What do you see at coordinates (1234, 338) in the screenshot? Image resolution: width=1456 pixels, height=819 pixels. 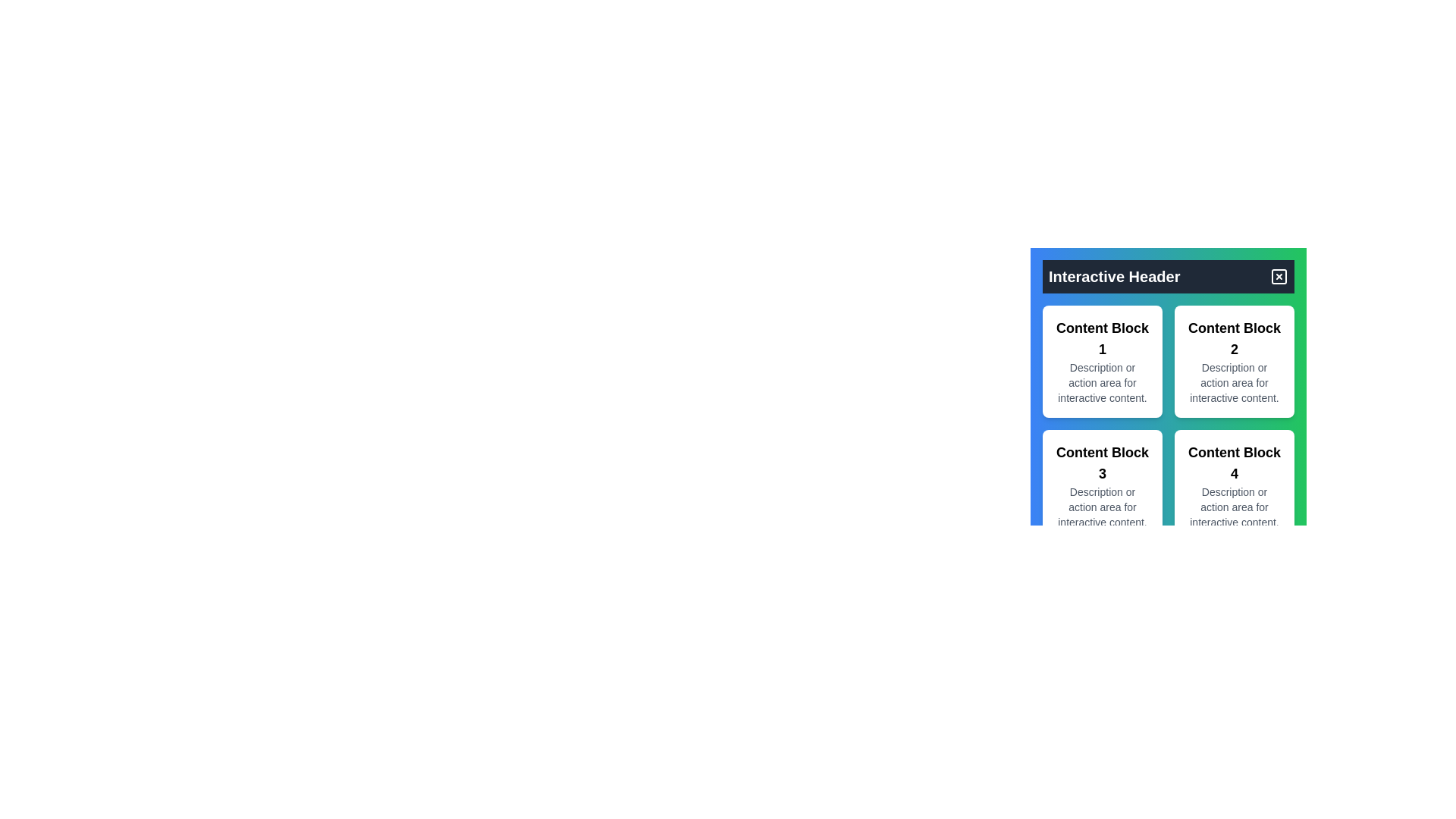 I see `the Text label that serves as the title or identifier for a specific content block within the grid layout by moving the cursor to its center point` at bounding box center [1234, 338].